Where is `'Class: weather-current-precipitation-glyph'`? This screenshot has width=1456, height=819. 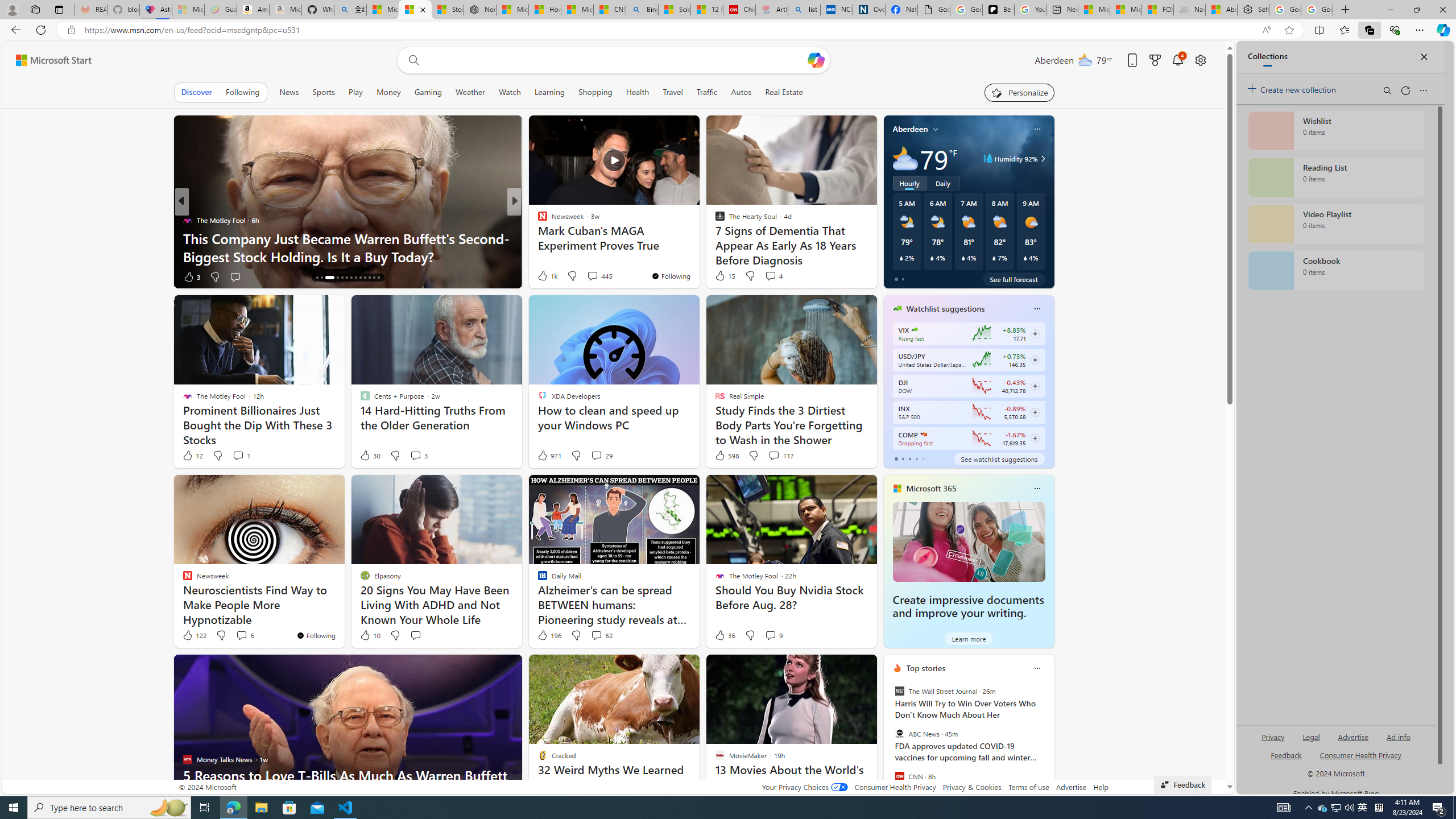 'Class: weather-current-precipitation-glyph' is located at coordinates (1024, 257).